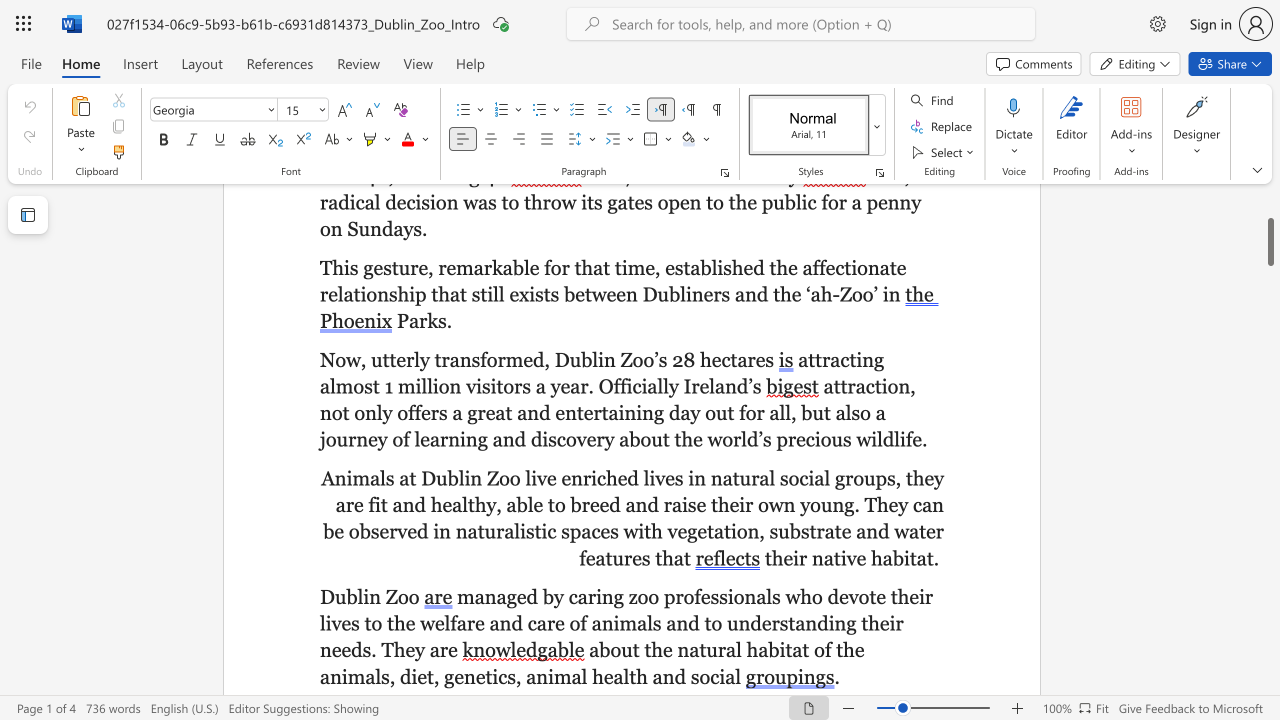 This screenshot has height=720, width=1280. I want to click on the subset text "ublin Zoo live enriched lives in natural social groups, they are fit and healthy, able to" within the text "Animals at Dublin Zoo live enriched lives in natural social groups, they are fit and healthy, able to breed and raise their own young. They can be", so click(435, 478).